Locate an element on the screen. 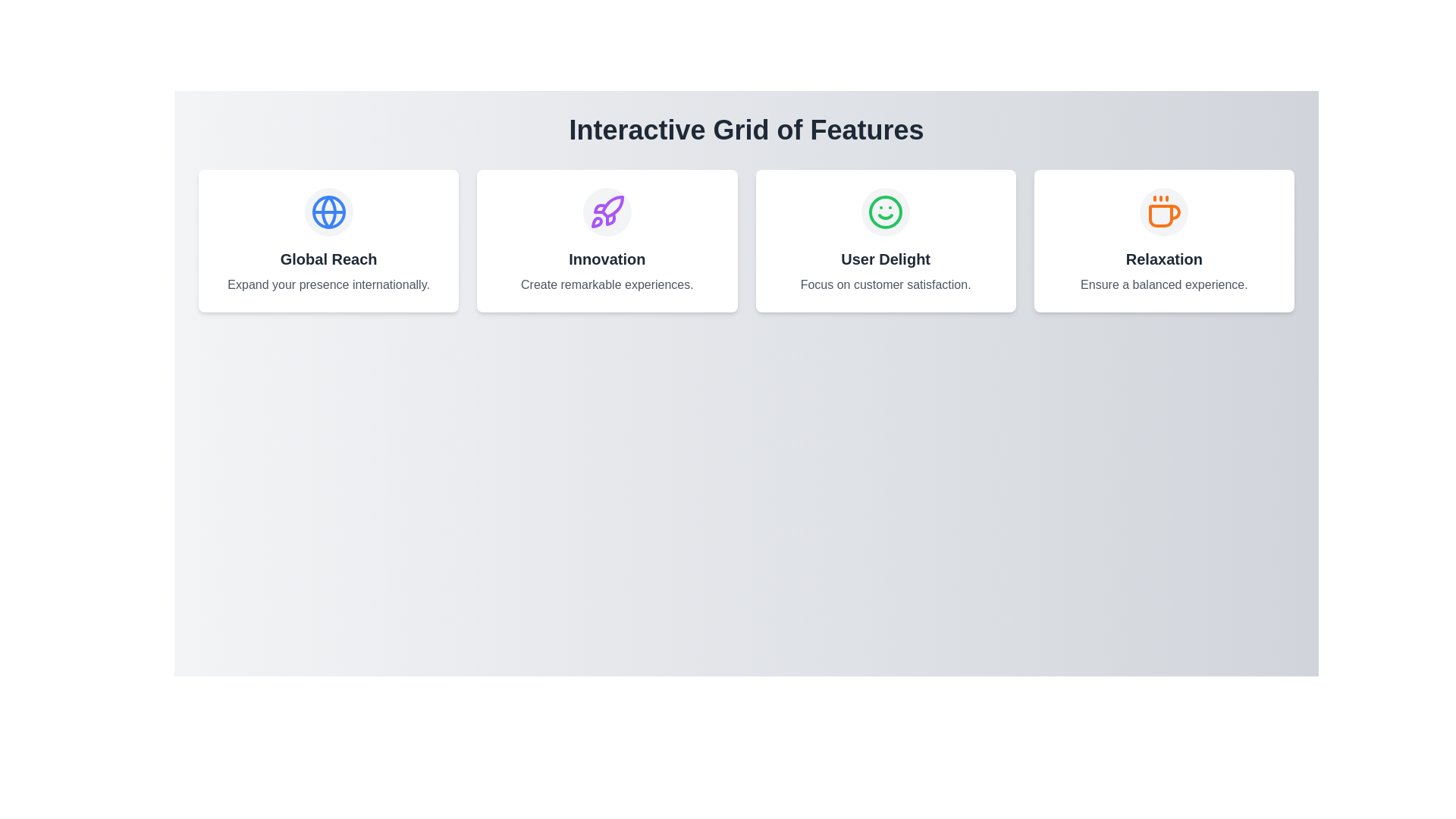 Image resolution: width=1456 pixels, height=819 pixels. the blue circular shape that resembles a globe, which is the central element of the leftmost icon labeled 'Global Reach' is located at coordinates (328, 212).